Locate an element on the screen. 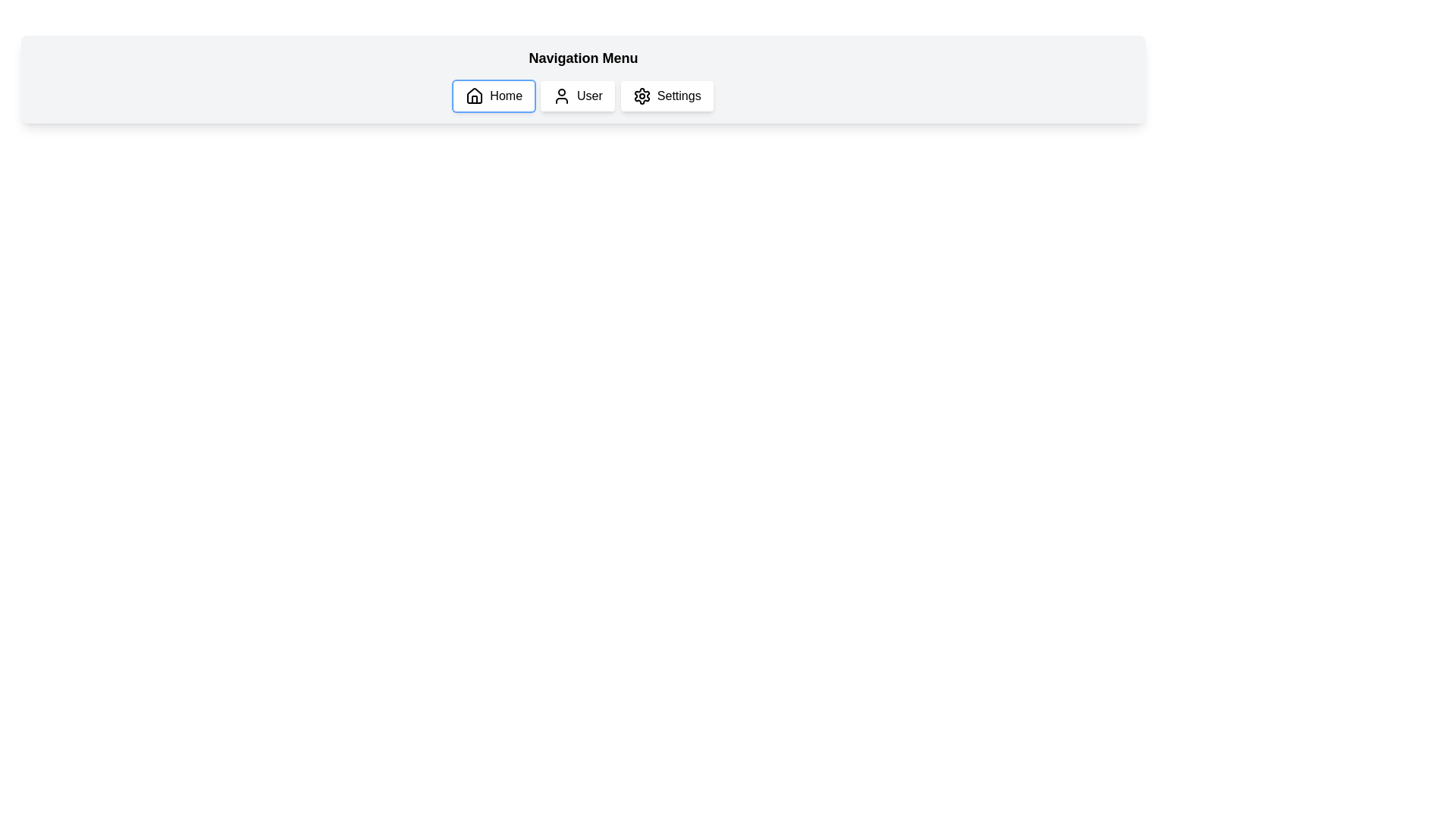  the settings icon located in the navigation bar, which is part of the 'Settings' menu item and positioned to the right of the 'User' menu item is located at coordinates (642, 96).